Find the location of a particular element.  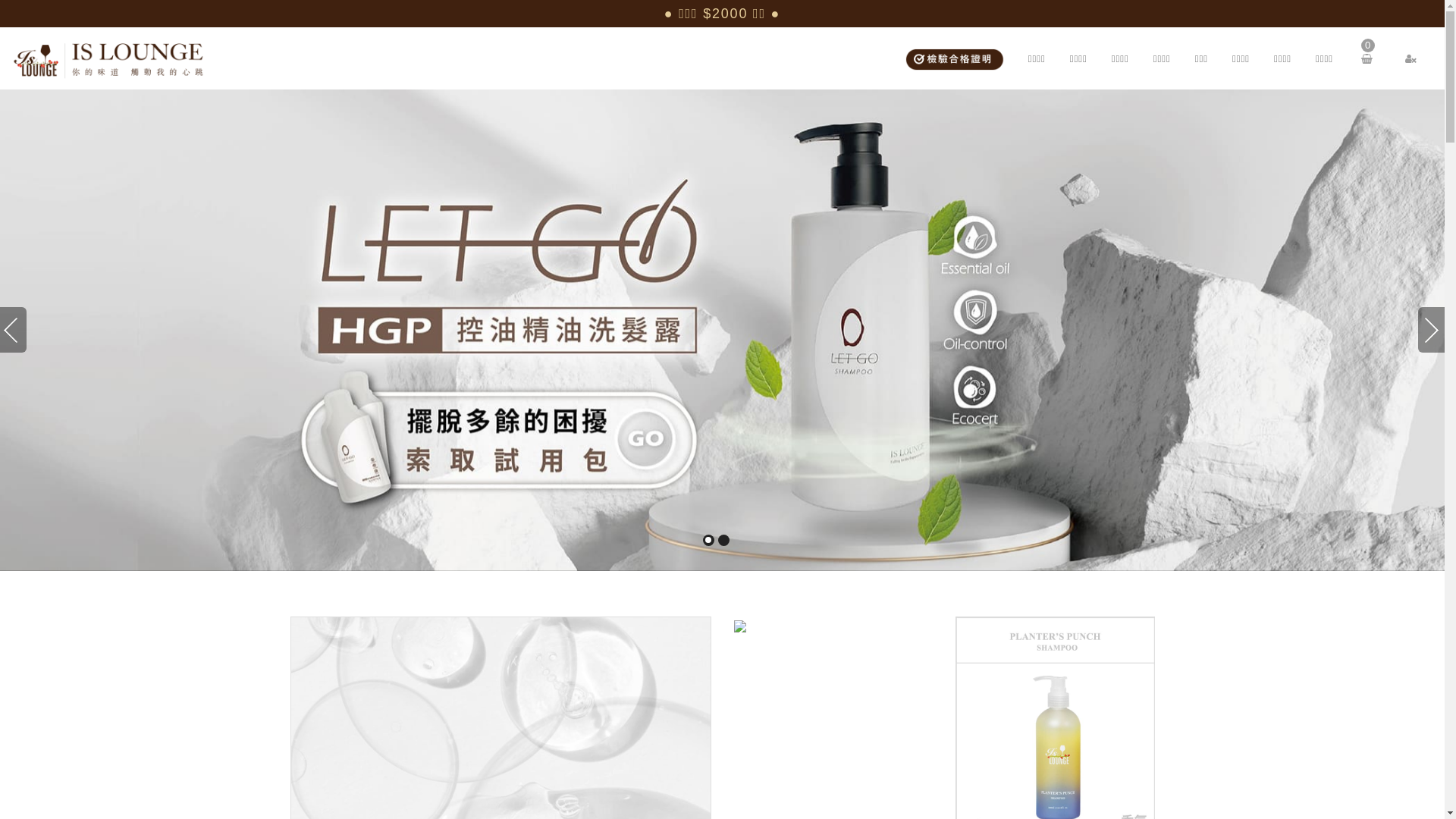

'0' is located at coordinates (1361, 58).